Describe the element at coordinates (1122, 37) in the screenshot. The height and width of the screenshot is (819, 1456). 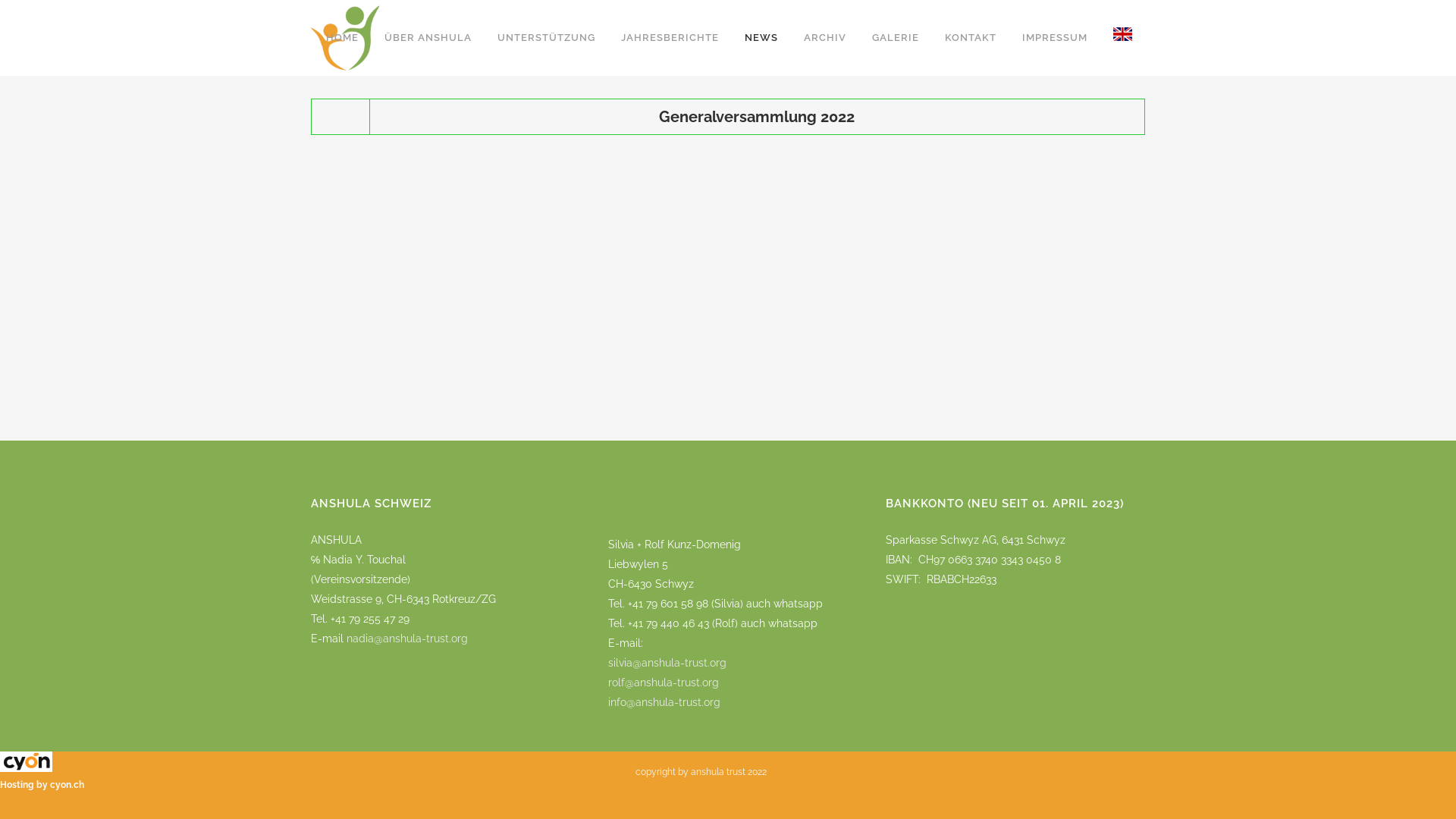
I see `'English'` at that location.